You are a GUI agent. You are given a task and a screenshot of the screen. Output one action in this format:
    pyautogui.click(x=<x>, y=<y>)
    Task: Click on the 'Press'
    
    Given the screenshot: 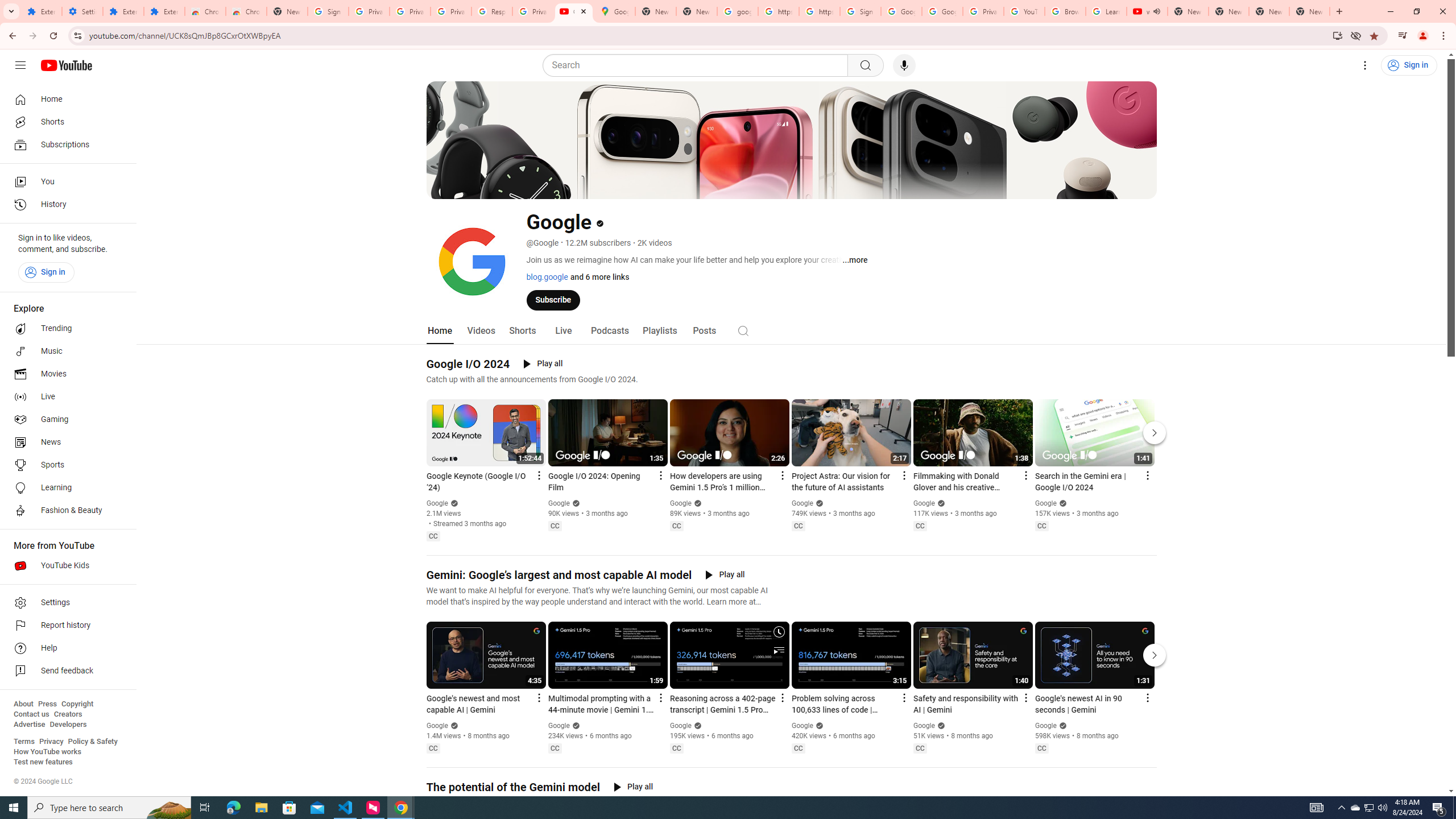 What is the action you would take?
    pyautogui.click(x=47, y=704)
    